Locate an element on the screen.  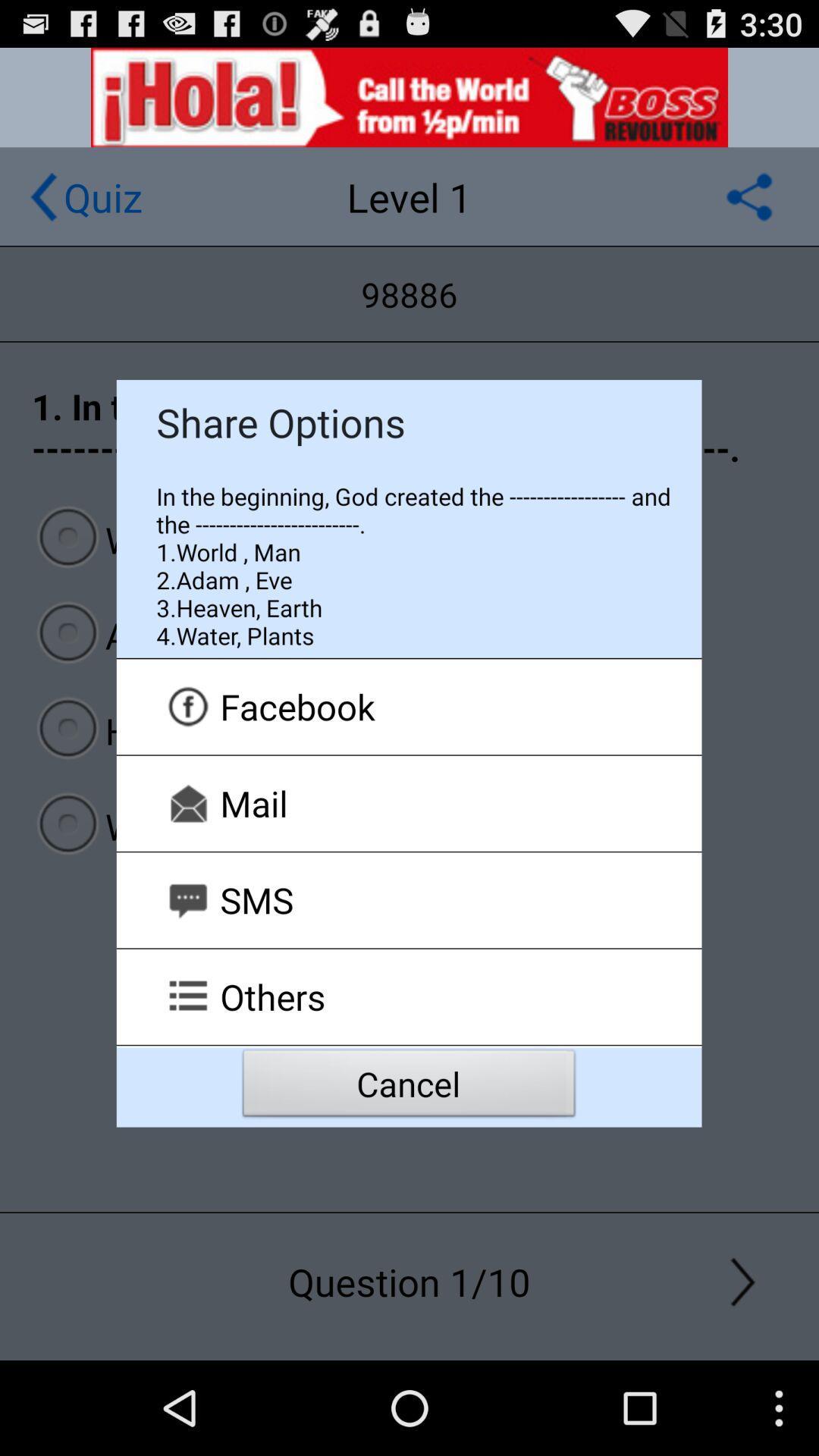
to share is located at coordinates (748, 196).